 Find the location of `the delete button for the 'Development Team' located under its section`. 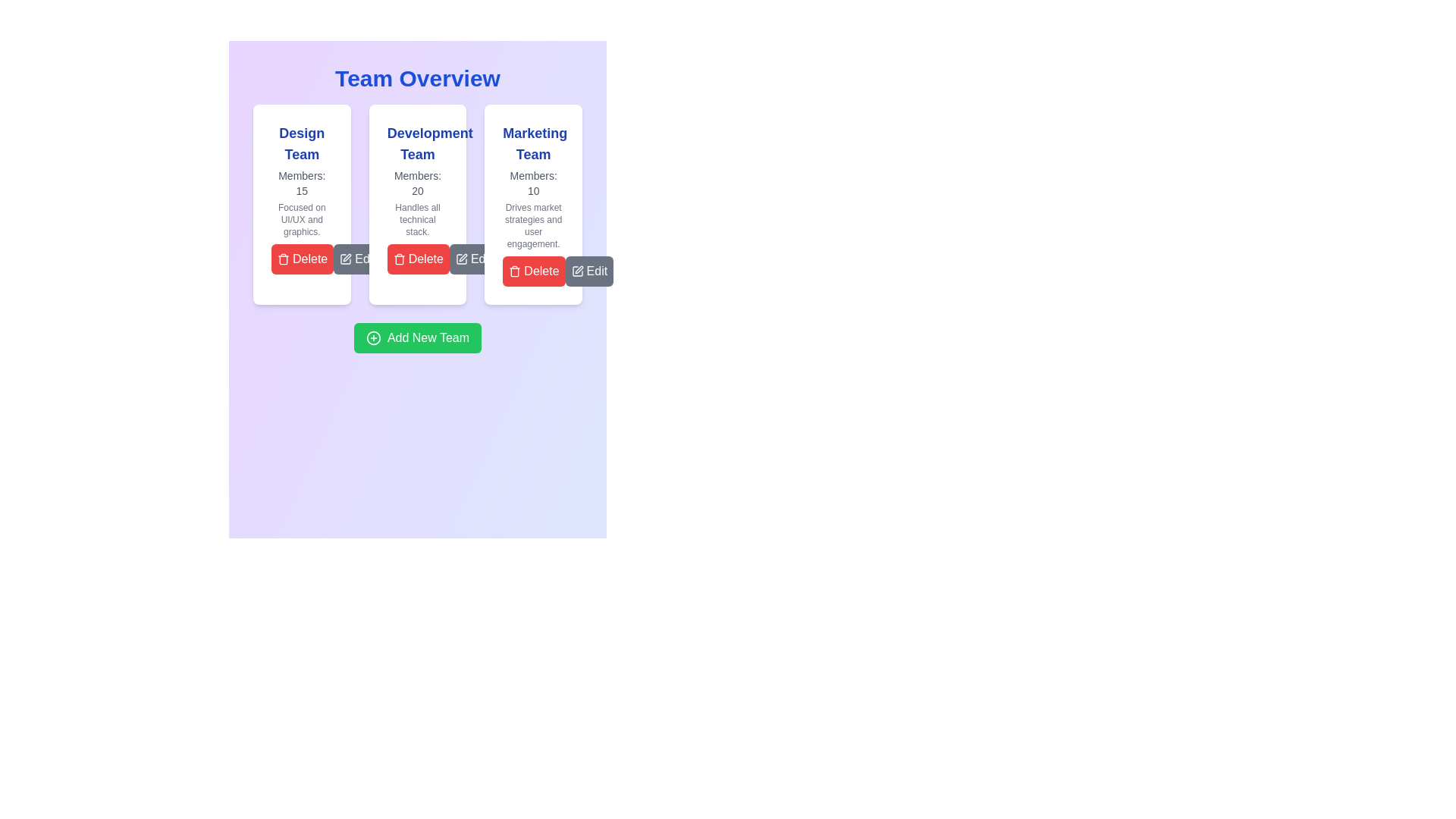

the delete button for the 'Development Team' located under its section is located at coordinates (418, 259).